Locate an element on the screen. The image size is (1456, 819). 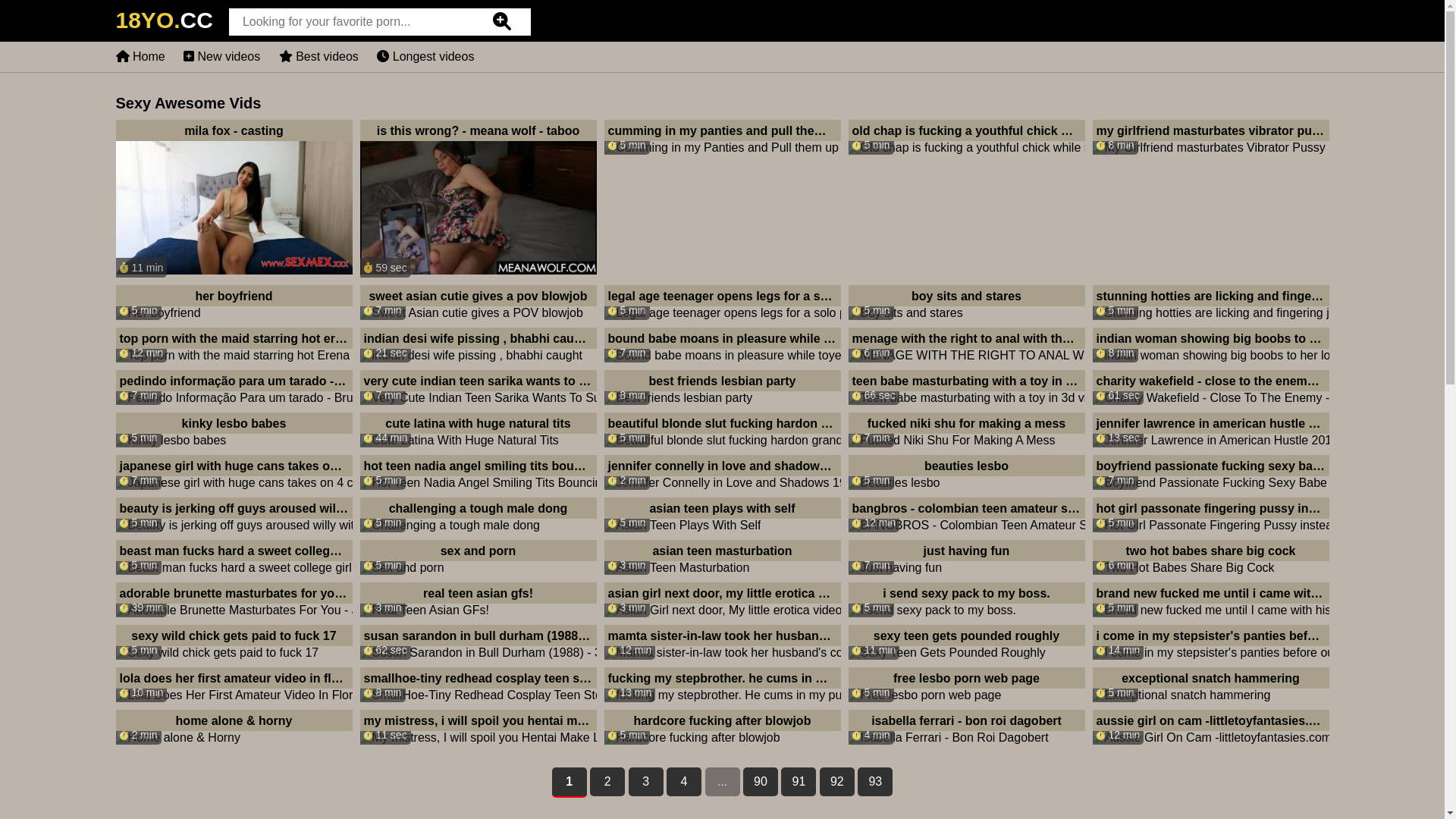
'59 sec is located at coordinates (476, 198).